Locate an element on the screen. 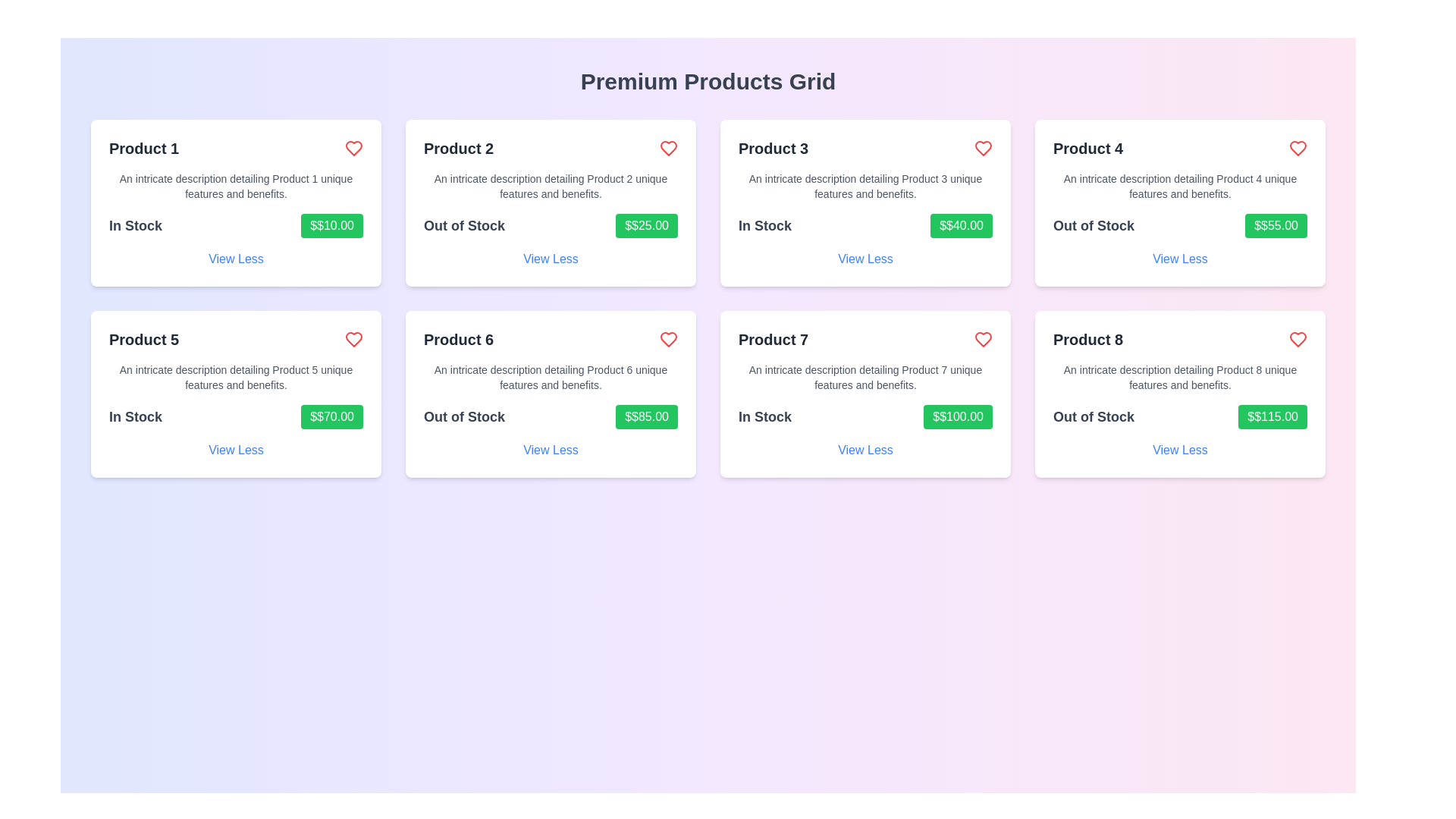  the rectangular button with a bright green background displaying the price '$$55.00' located in the bottom right section of the 'Product 4' card is located at coordinates (1276, 225).